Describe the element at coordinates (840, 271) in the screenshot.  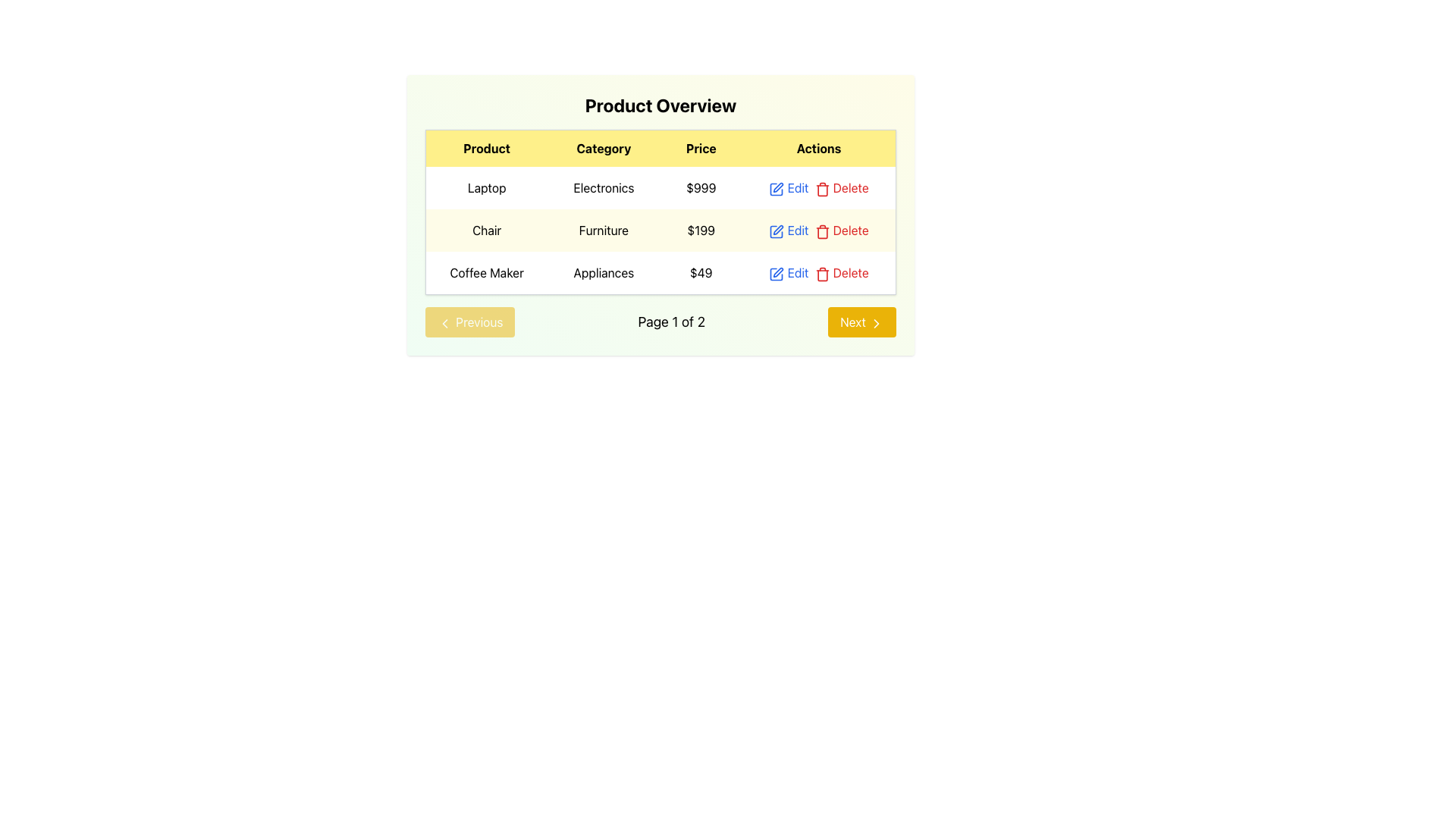
I see `the red 'Delete' text link with a trashcan icon located in the 'Actions' column of the third row in the table to initiate the delete action` at that location.